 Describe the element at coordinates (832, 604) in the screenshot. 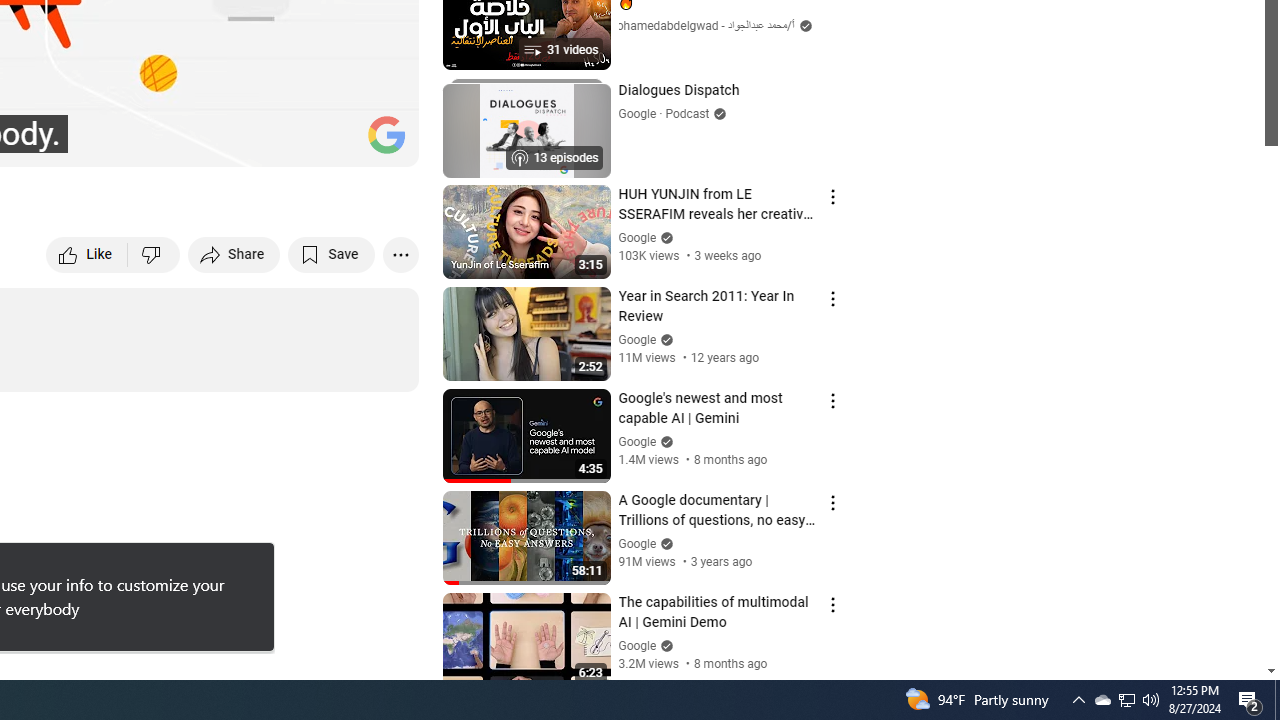

I see `'Action menu'` at that location.